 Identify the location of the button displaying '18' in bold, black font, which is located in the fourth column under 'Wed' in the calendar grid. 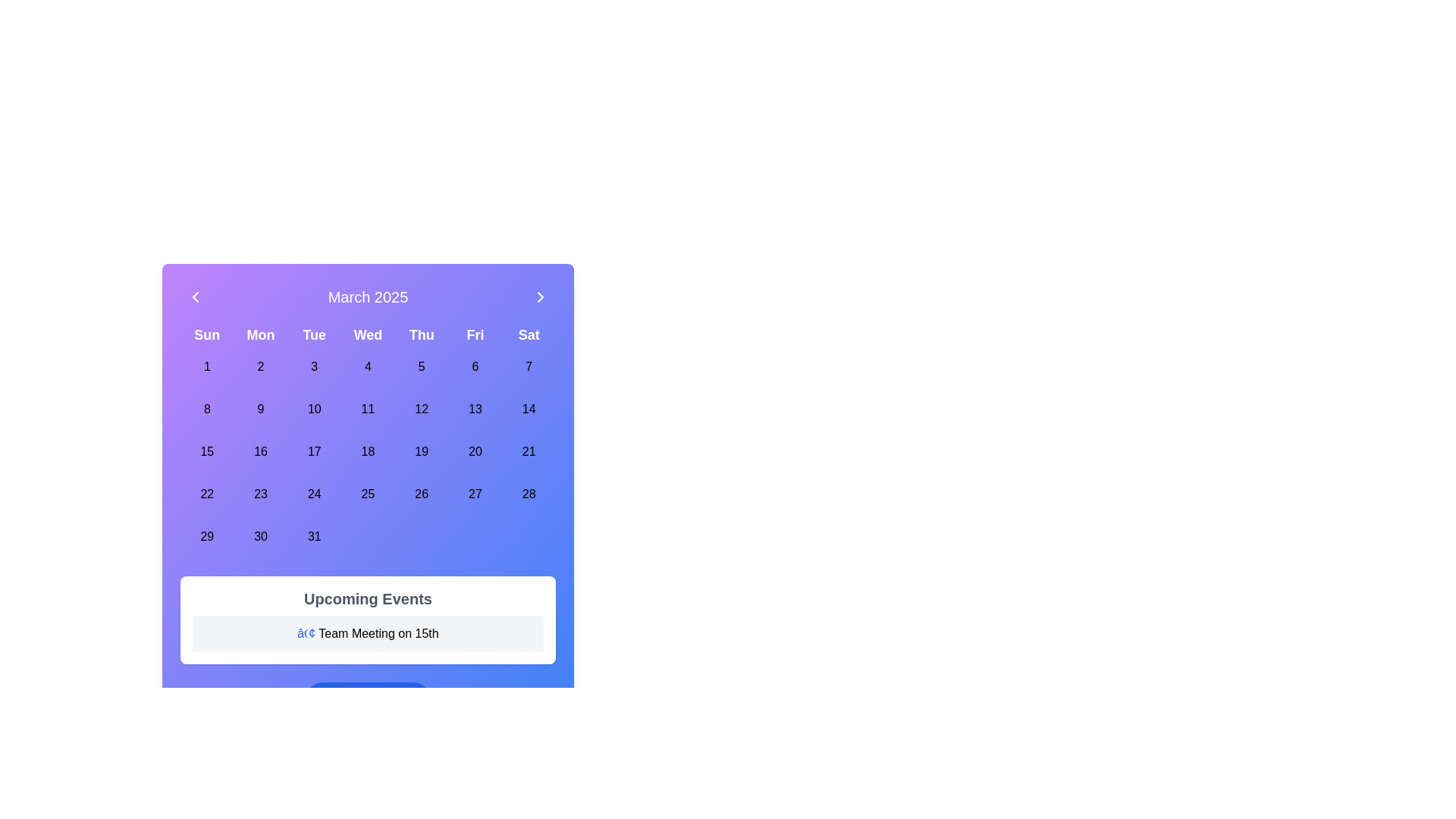
(368, 451).